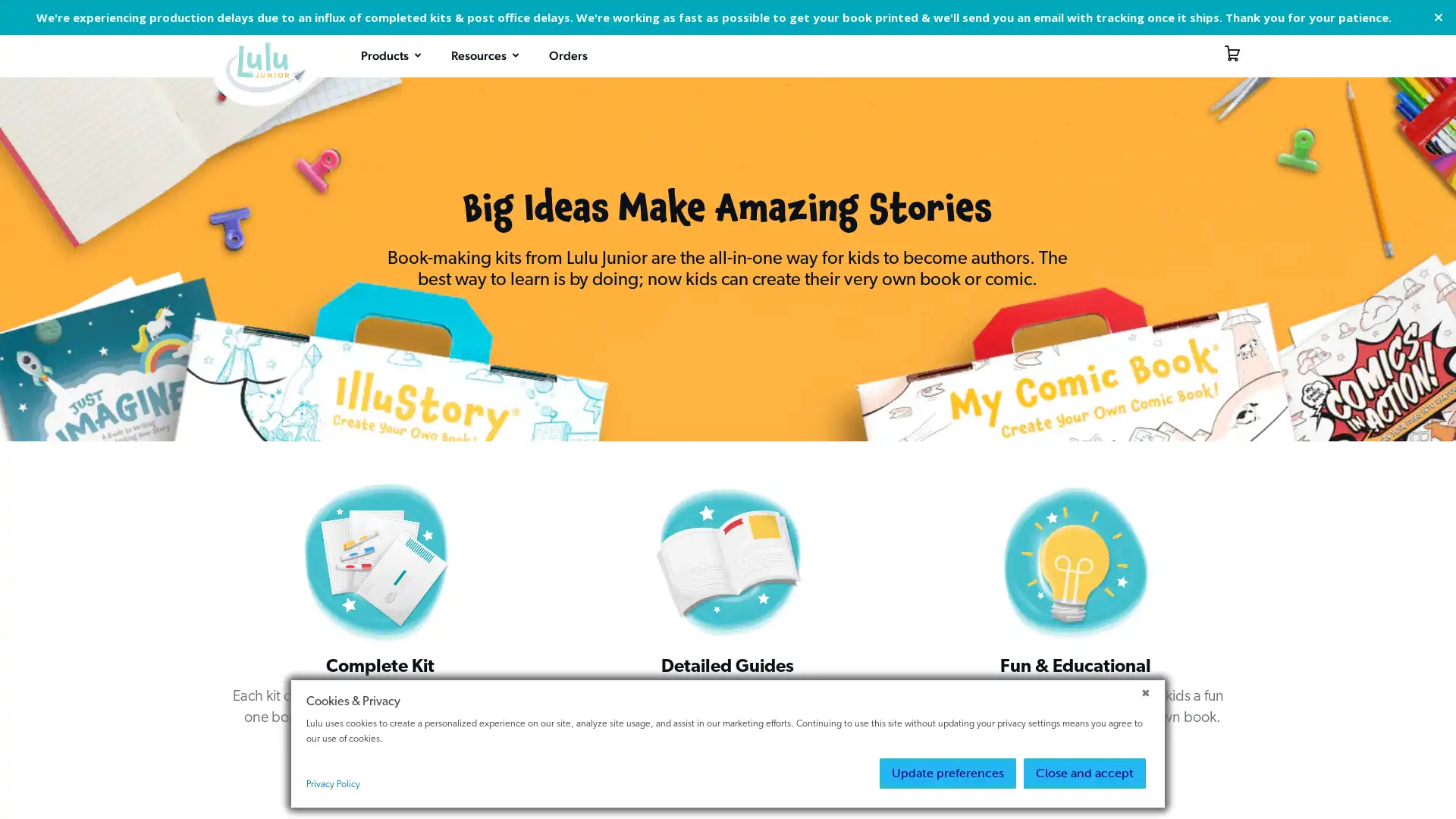  Describe the element at coordinates (1437, 17) in the screenshot. I see `Close` at that location.